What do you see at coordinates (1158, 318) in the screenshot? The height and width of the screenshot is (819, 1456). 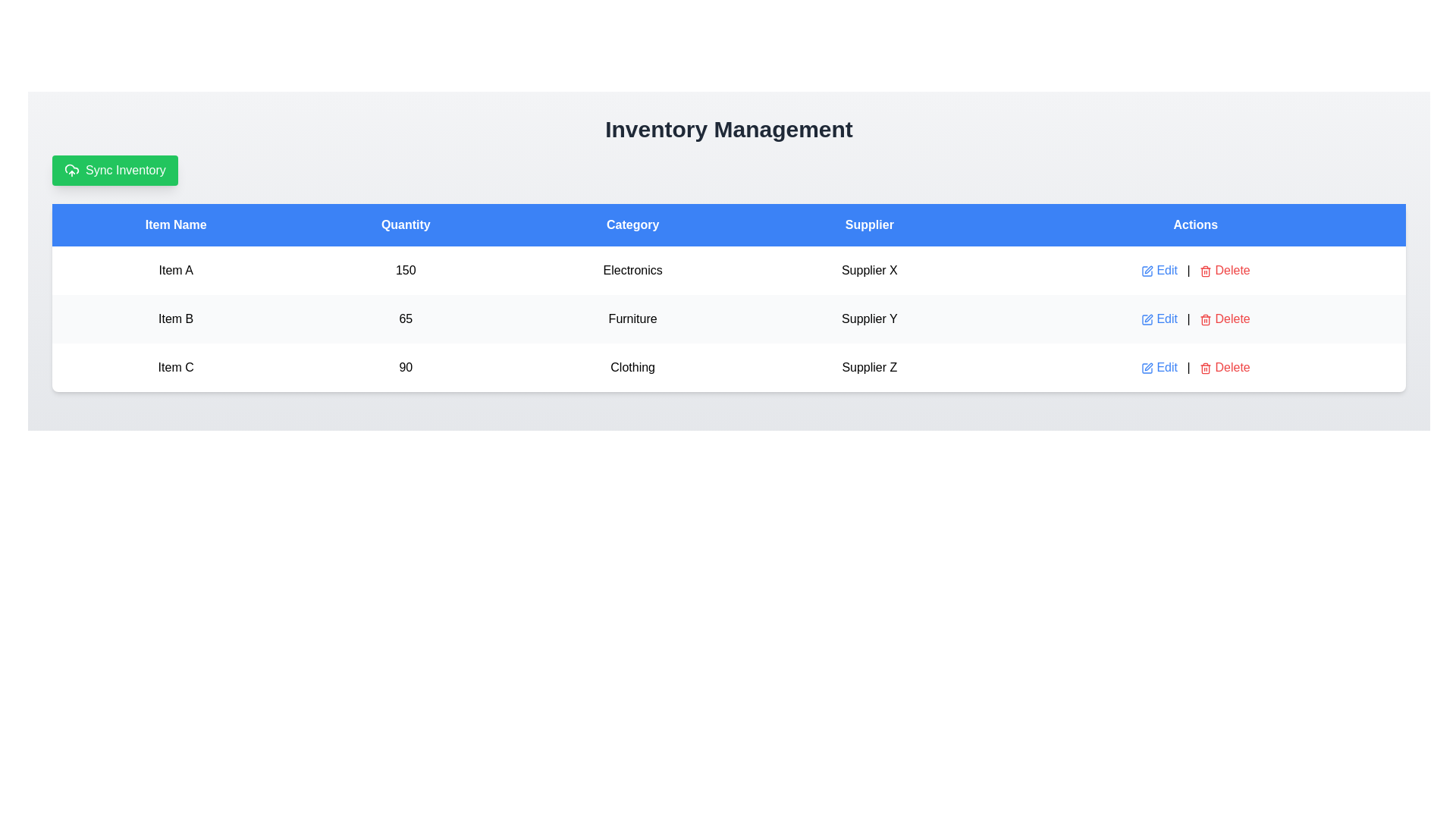 I see `the 'Edit' button in the 'Actions' column of the second row in the 'Inventory Management' table to initiate editing` at bounding box center [1158, 318].